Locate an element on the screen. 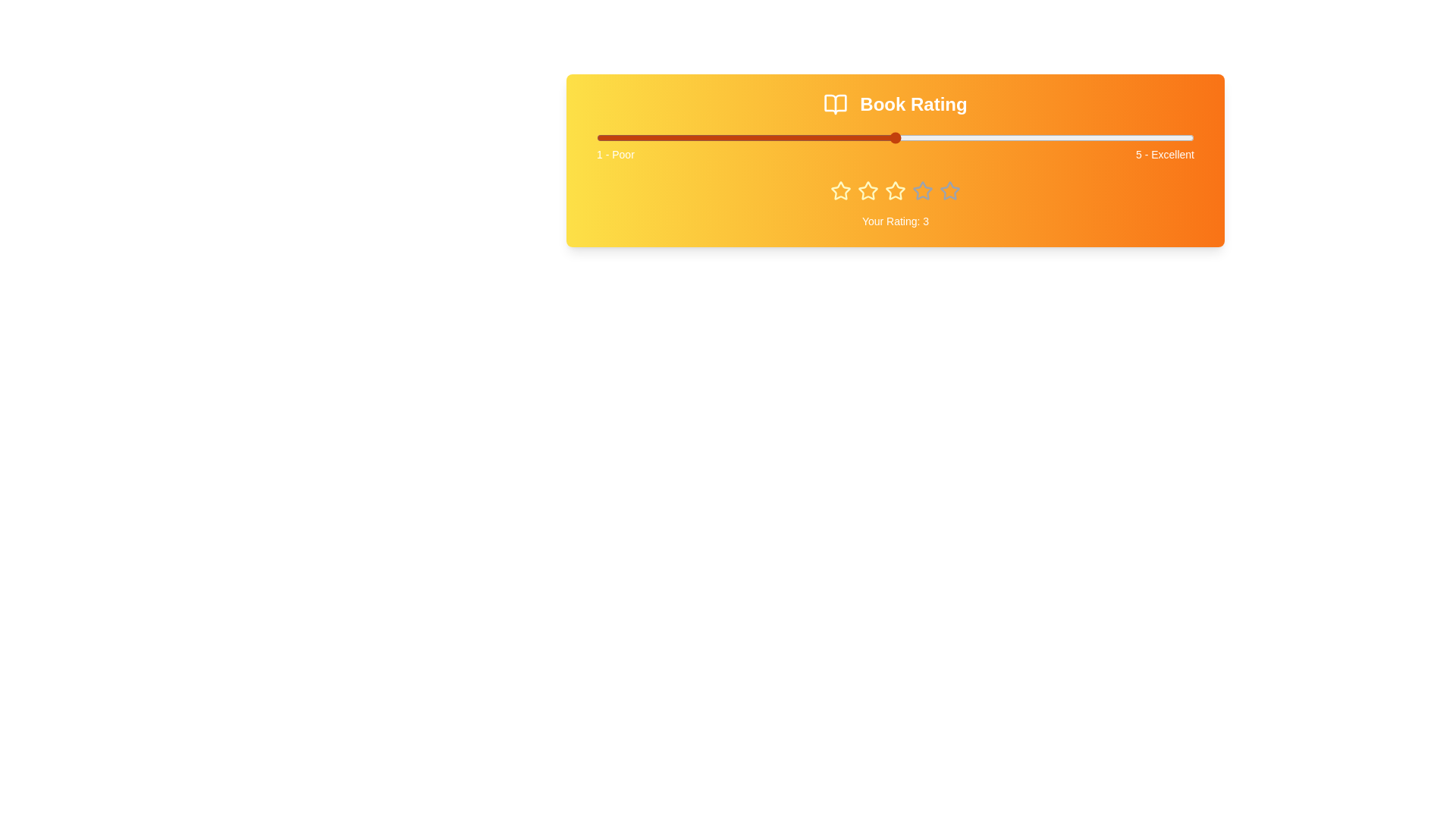 This screenshot has width=1456, height=819. the book rating is located at coordinates (745, 137).